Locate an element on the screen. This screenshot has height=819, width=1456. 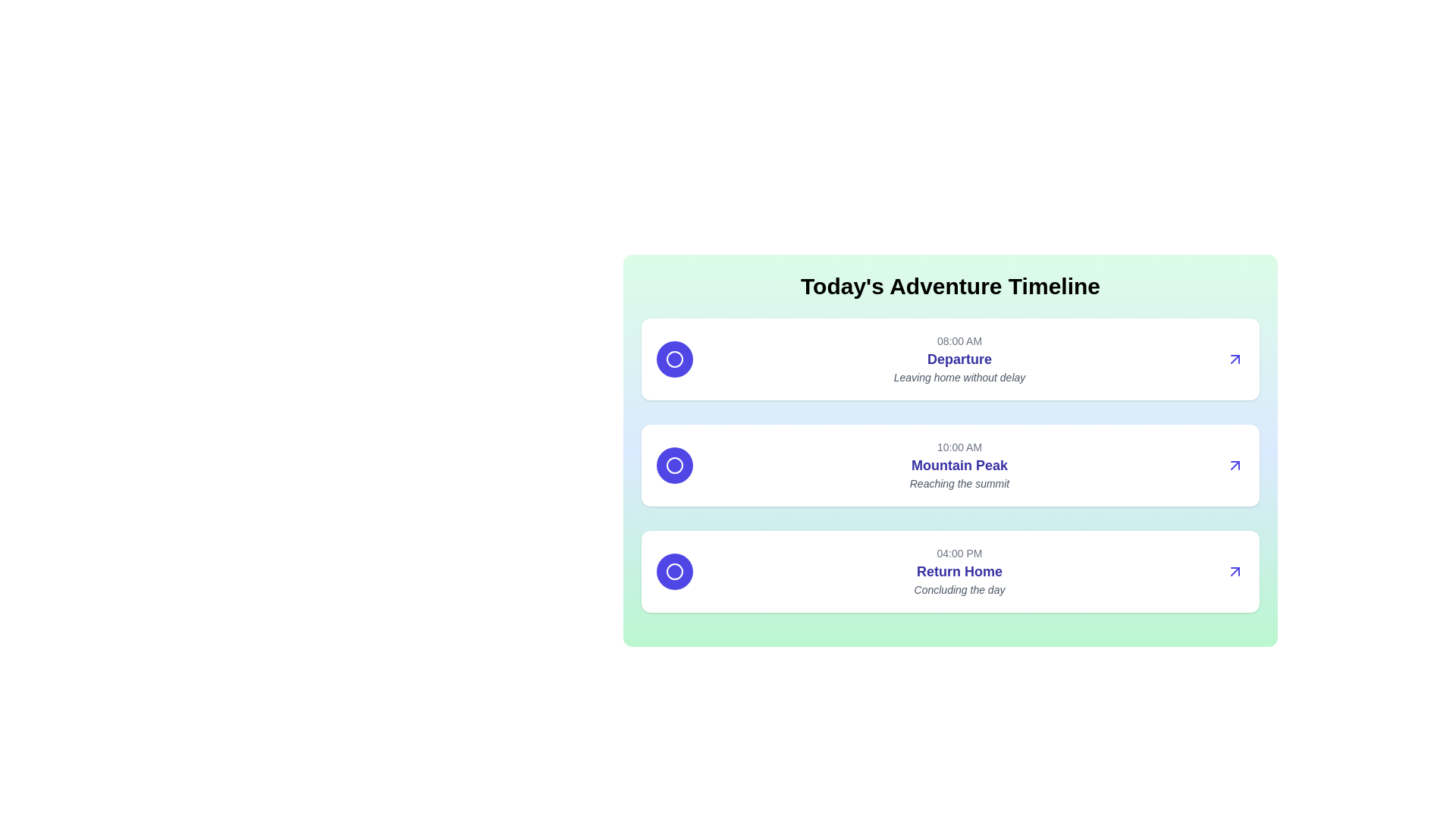
the text label that provides additional information about the 'Mountain Peak' event, positioned below the bold title within the middle card of the timeline is located at coordinates (959, 483).